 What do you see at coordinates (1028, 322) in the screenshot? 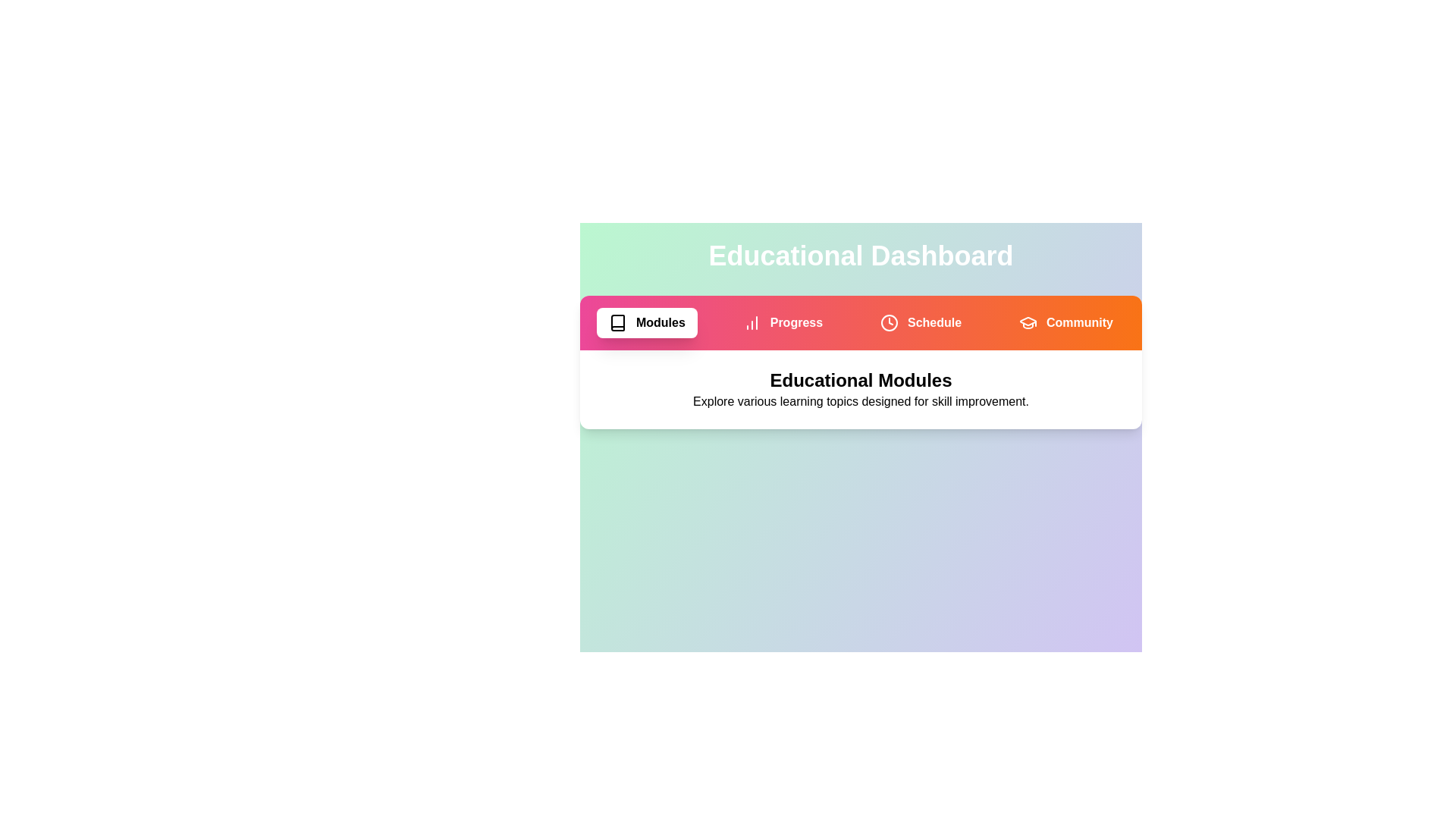
I see `the 'Community' button which contains the icon on the right-most side of the horizontal menu bar` at bounding box center [1028, 322].